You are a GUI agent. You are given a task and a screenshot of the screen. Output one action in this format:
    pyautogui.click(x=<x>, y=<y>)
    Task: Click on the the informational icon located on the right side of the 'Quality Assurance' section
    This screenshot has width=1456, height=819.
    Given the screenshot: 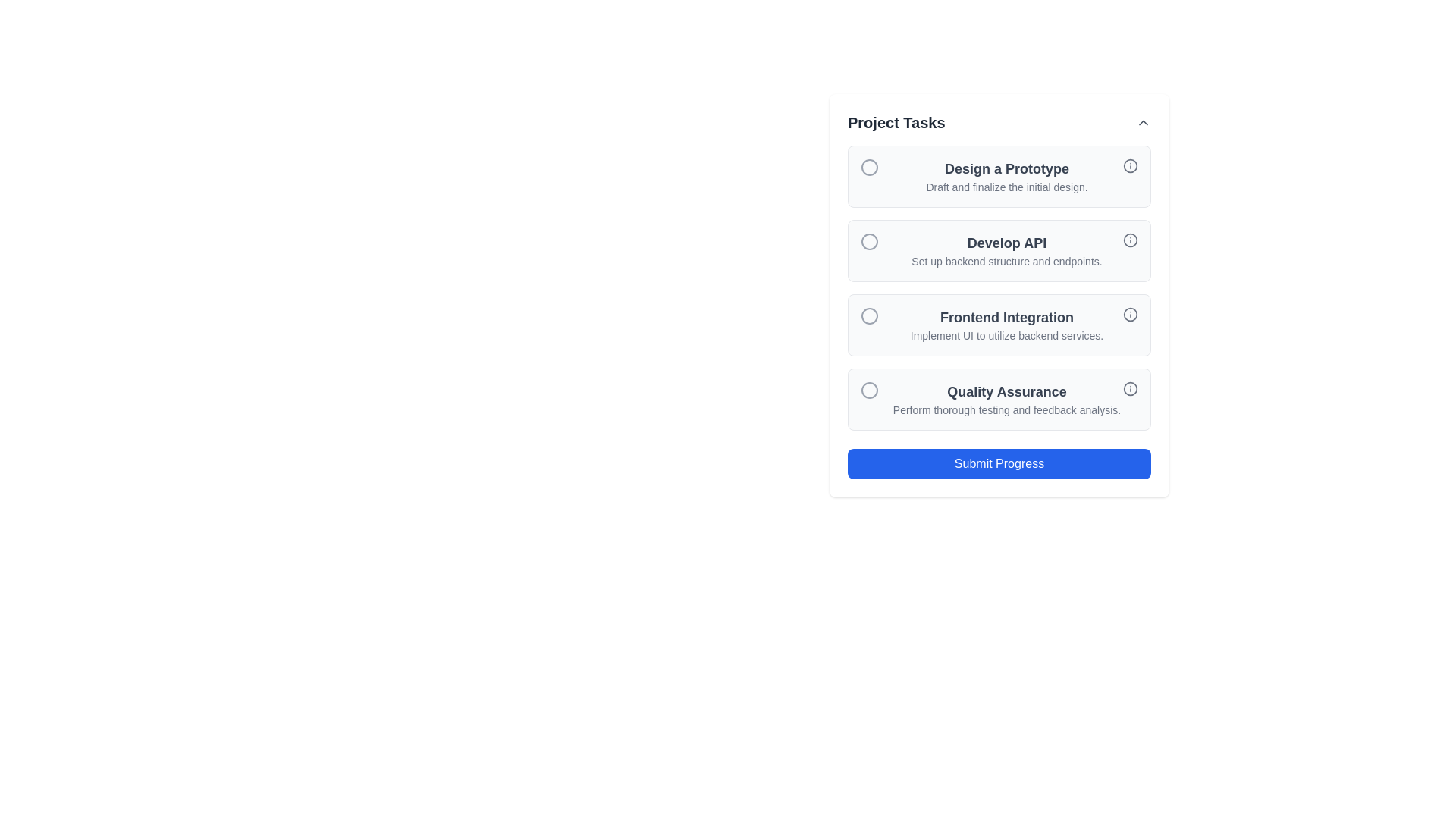 What is the action you would take?
    pyautogui.click(x=1131, y=388)
    